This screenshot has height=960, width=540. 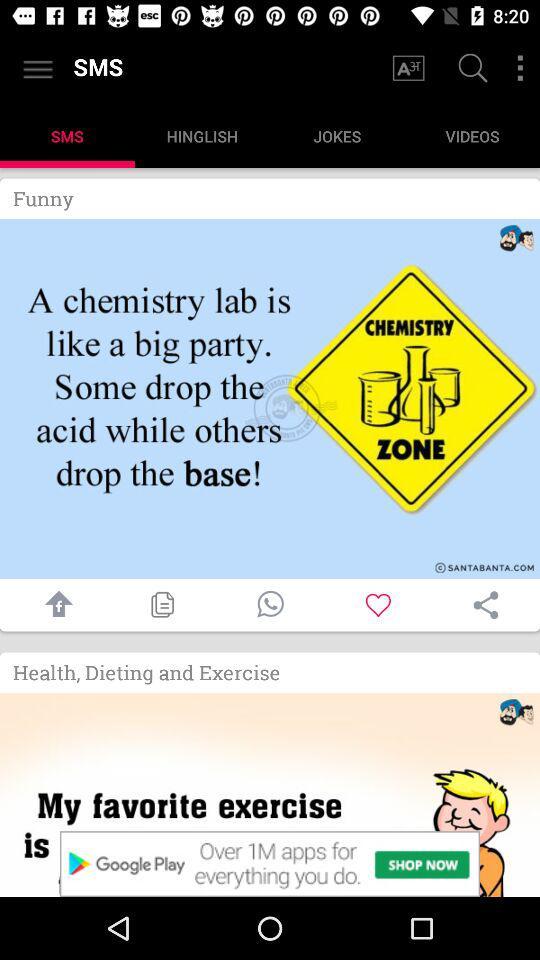 What do you see at coordinates (520, 68) in the screenshot?
I see `menu dropdown` at bounding box center [520, 68].